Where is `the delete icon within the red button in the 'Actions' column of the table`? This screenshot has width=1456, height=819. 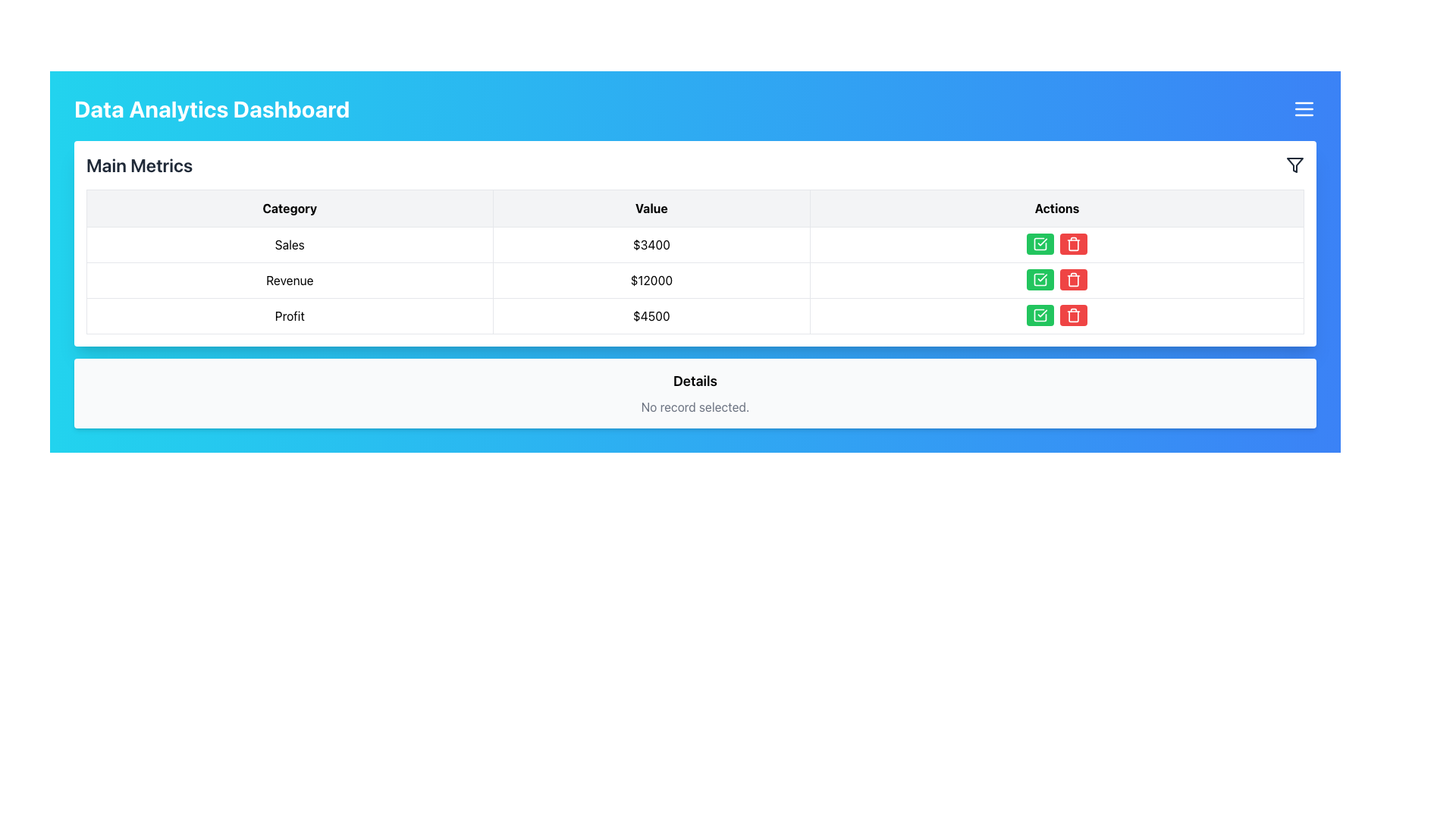
the delete icon within the red button in the 'Actions' column of the table is located at coordinates (1073, 315).